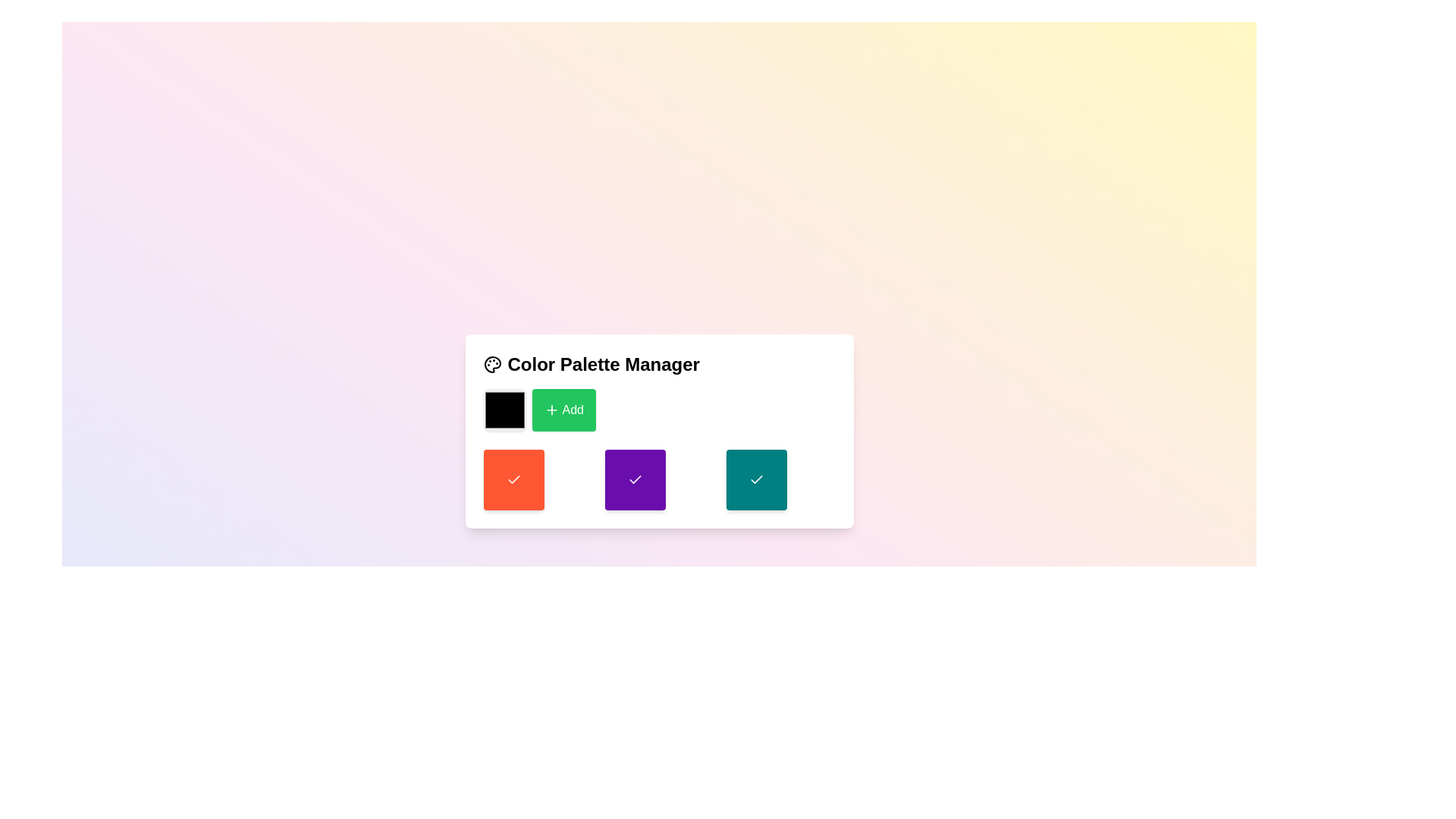  Describe the element at coordinates (492, 365) in the screenshot. I see `the paint palette icon located at the top-left corner of the 'Color Palette Manager' panel` at that location.